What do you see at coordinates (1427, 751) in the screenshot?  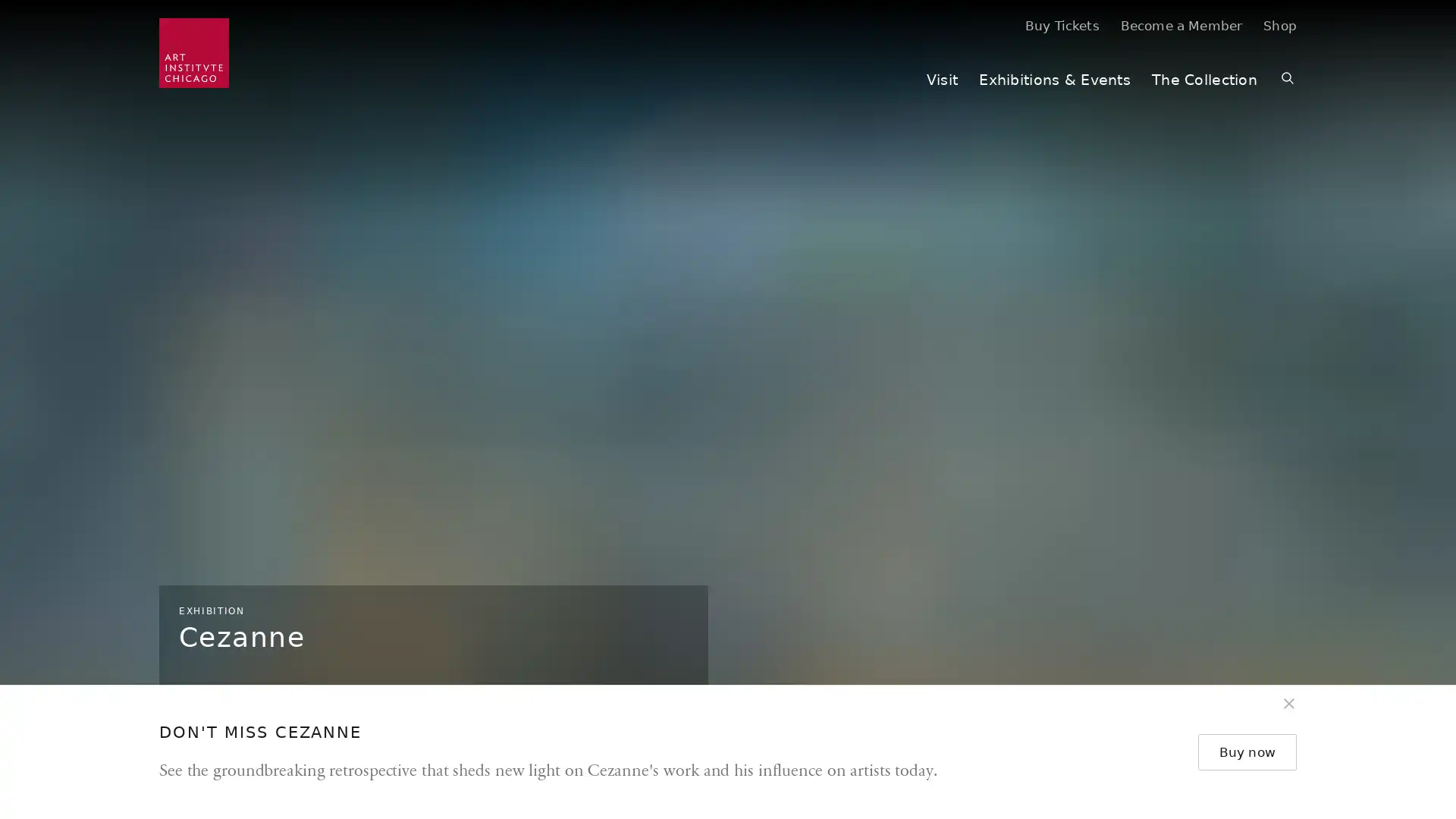 I see `Play video` at bounding box center [1427, 751].